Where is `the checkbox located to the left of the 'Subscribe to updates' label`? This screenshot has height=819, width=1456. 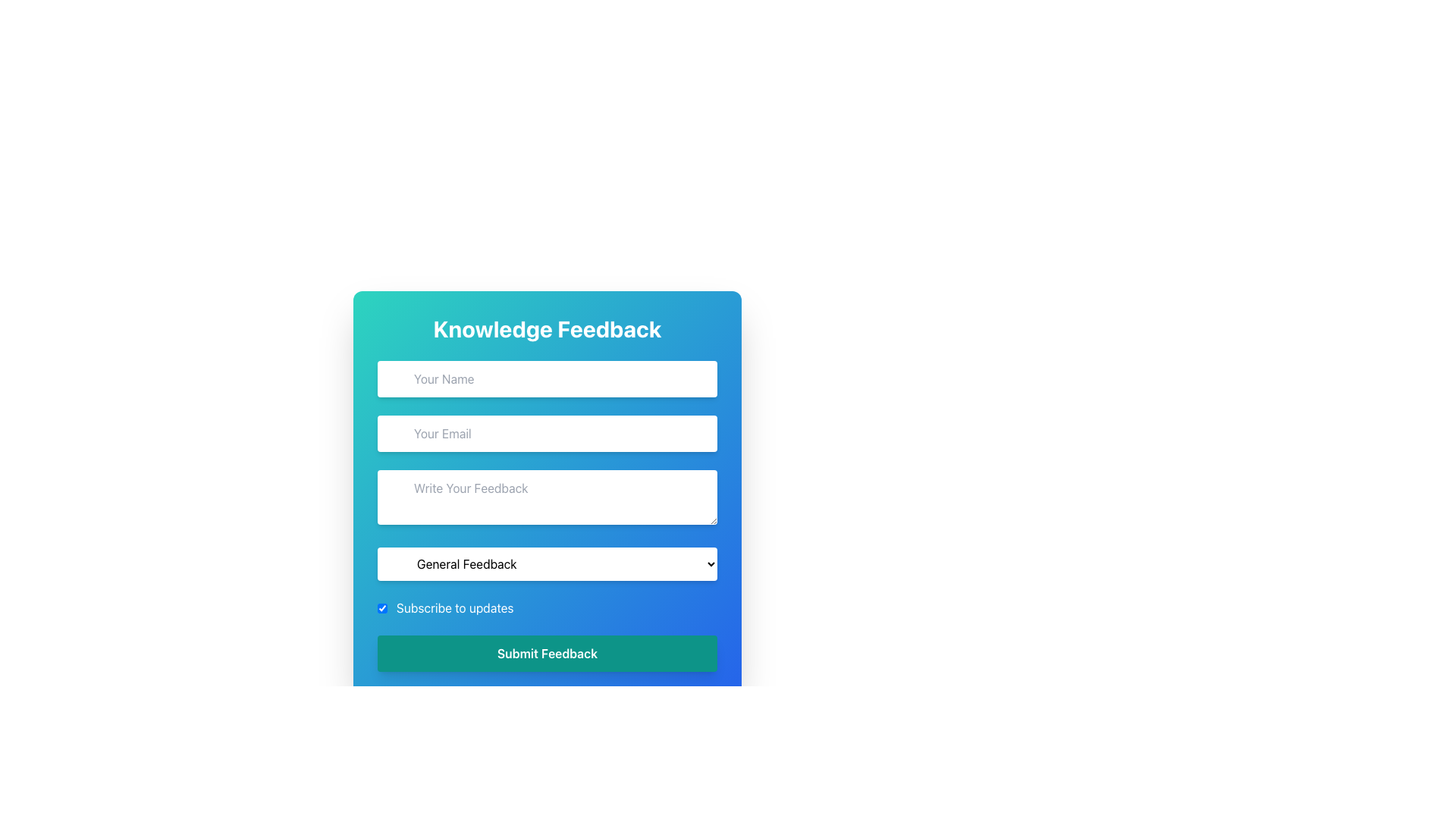
the checkbox located to the left of the 'Subscribe to updates' label is located at coordinates (382, 607).